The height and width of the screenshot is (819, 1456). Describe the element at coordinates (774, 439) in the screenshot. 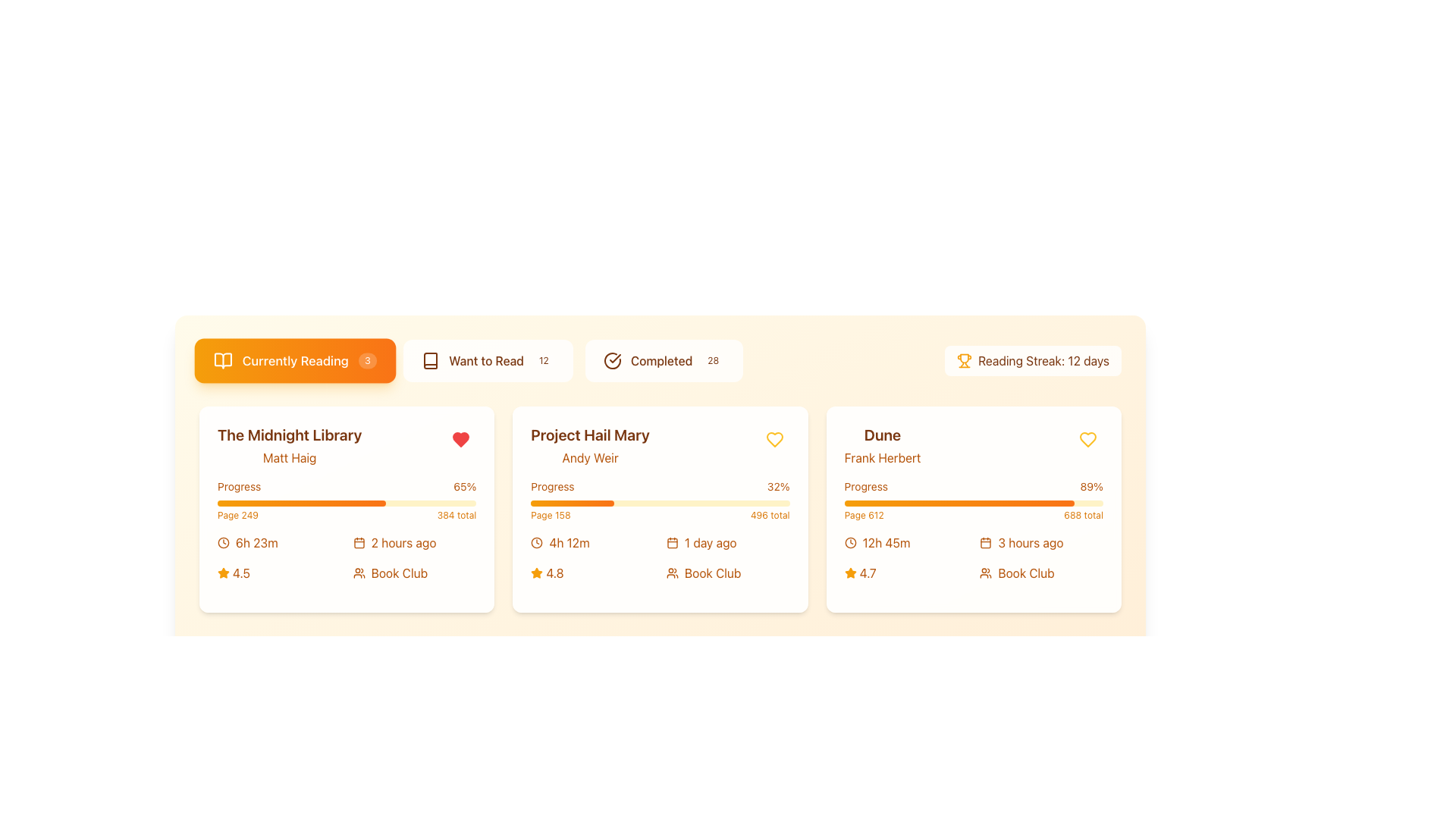

I see `the favorite button located in the top-right corner of the 'Project Hail Mary' card, adjacent to the text 'Andy Weir'` at that location.